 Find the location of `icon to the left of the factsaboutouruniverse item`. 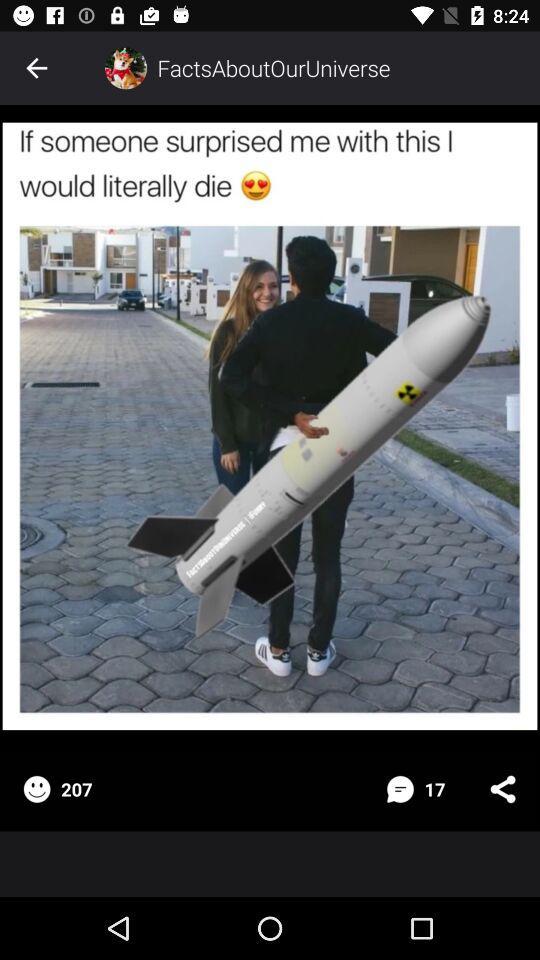

icon to the left of the factsaboutouruniverse item is located at coordinates (125, 68).